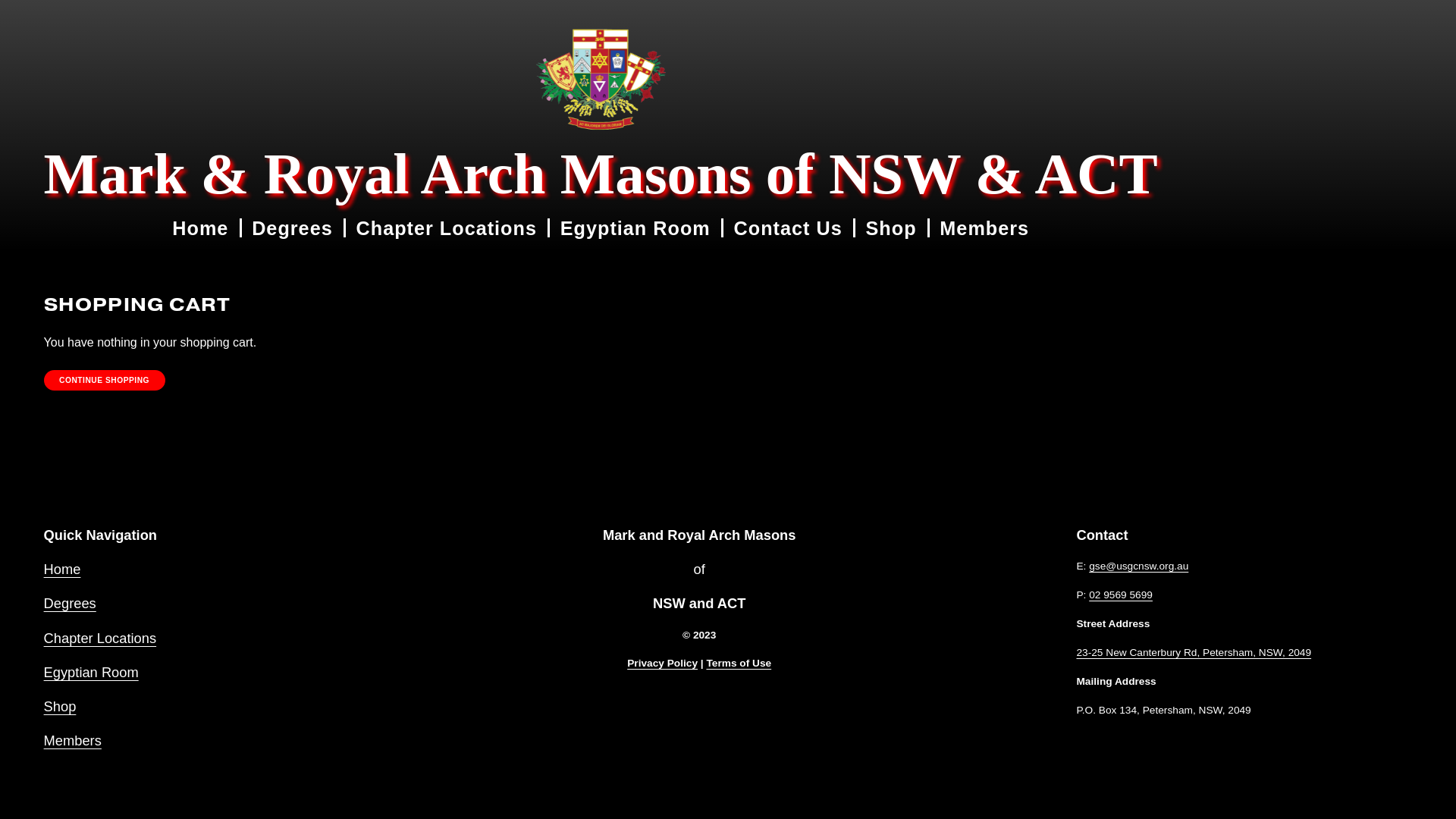 The image size is (1456, 819). What do you see at coordinates (739, 663) in the screenshot?
I see `'Terms of Use'` at bounding box center [739, 663].